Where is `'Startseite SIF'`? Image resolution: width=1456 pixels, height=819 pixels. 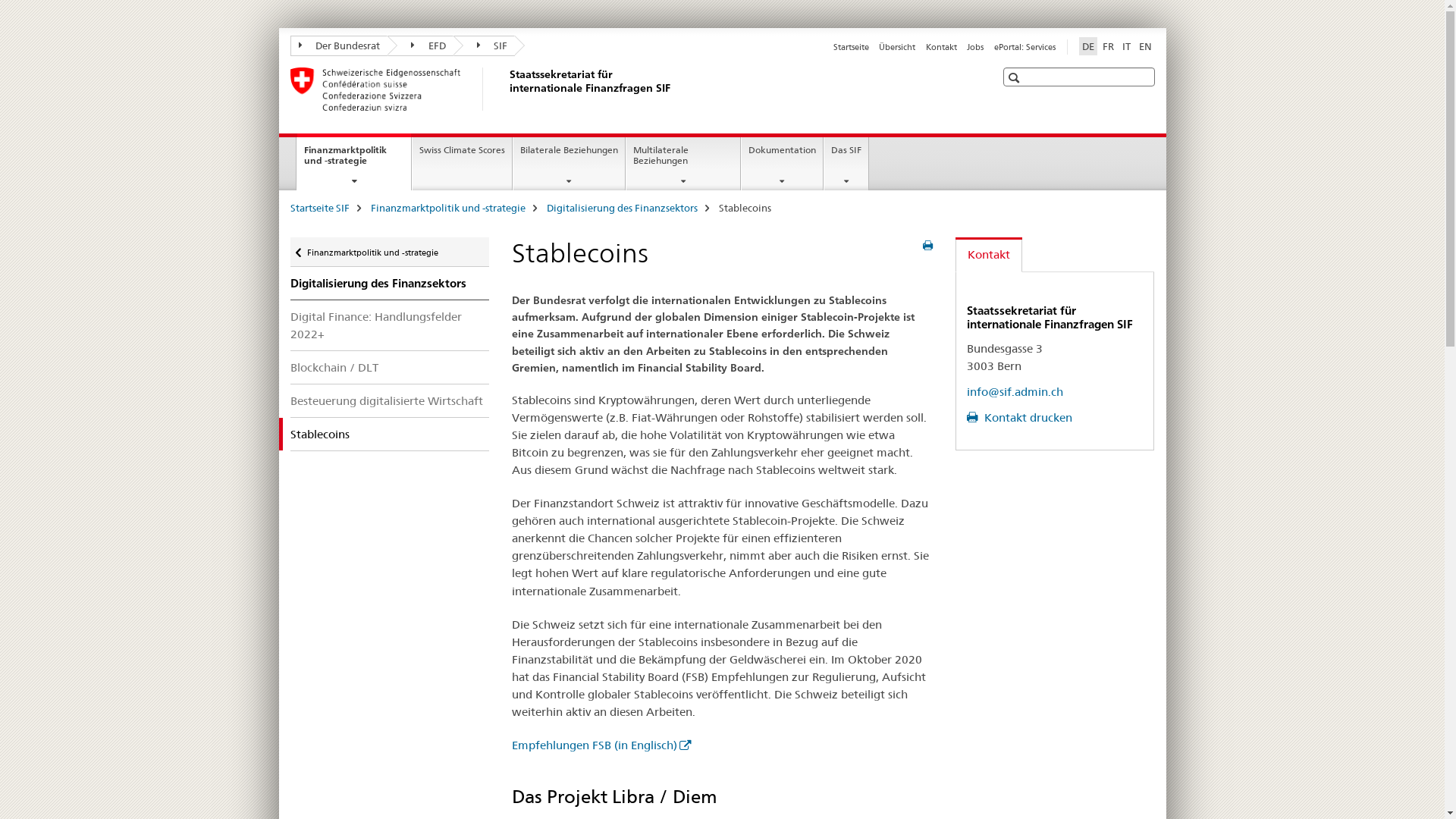
'Startseite SIF' is located at coordinates (318, 207).